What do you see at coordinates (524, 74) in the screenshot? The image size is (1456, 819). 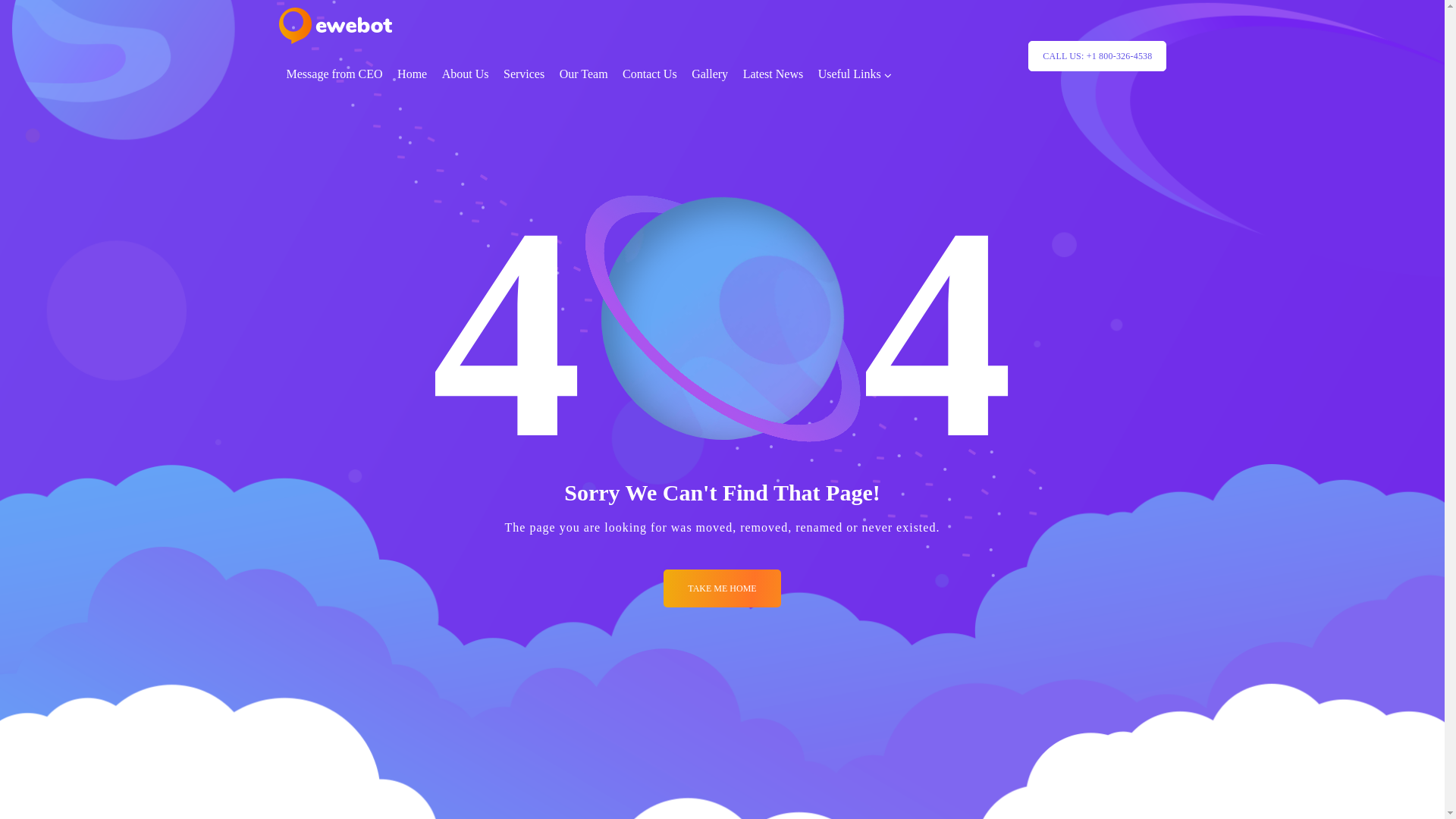 I see `'Services'` at bounding box center [524, 74].